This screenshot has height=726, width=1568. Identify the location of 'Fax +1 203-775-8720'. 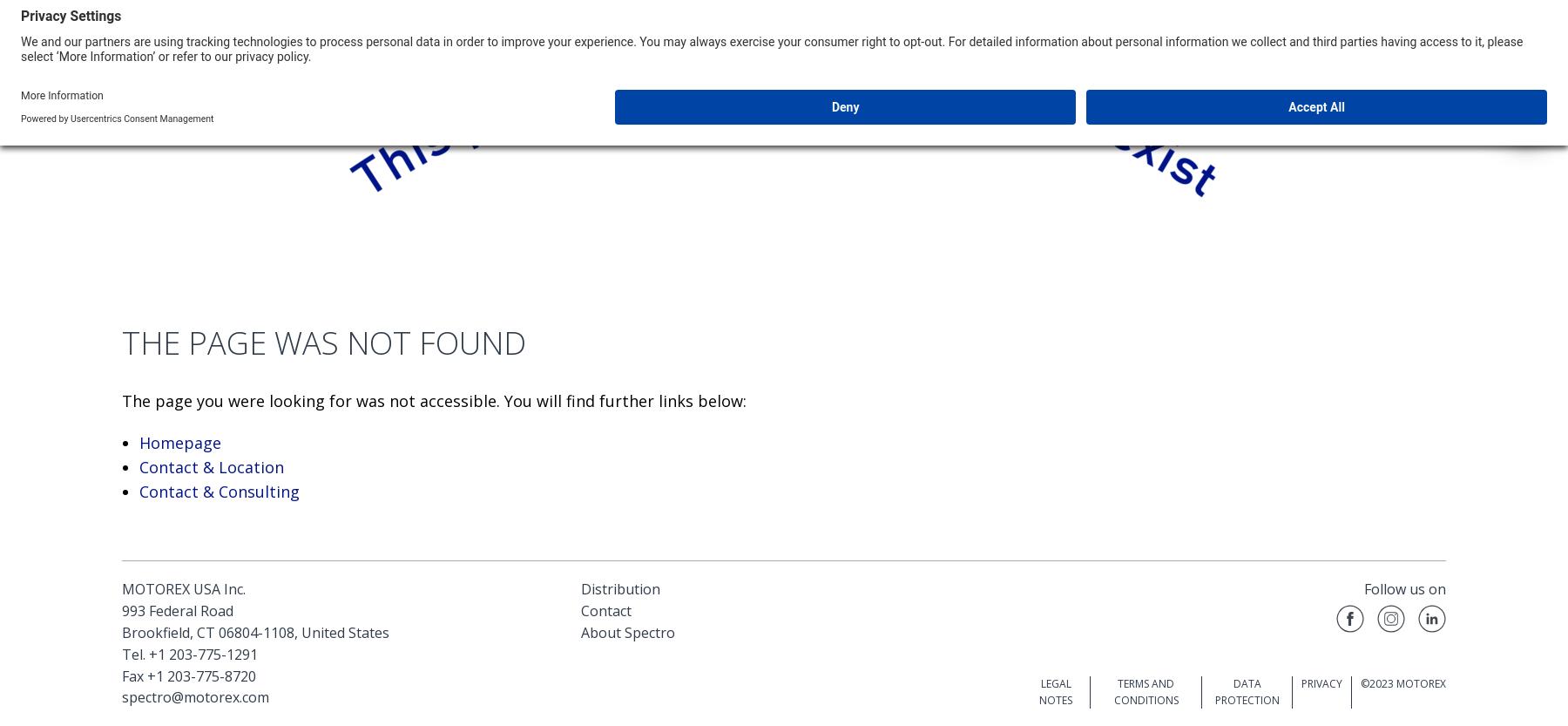
(189, 675).